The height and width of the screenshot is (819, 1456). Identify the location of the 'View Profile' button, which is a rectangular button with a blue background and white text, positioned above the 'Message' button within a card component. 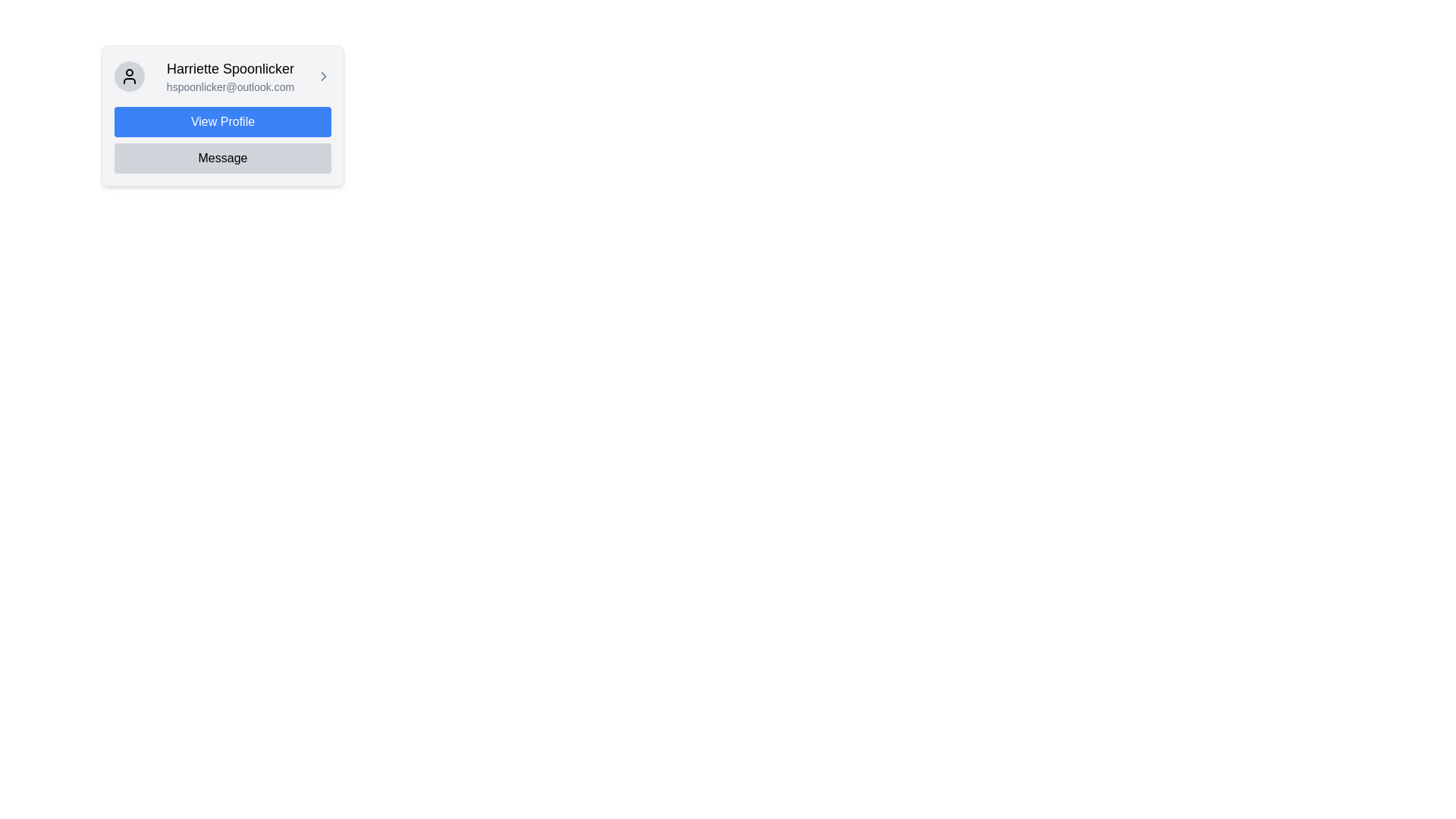
(221, 115).